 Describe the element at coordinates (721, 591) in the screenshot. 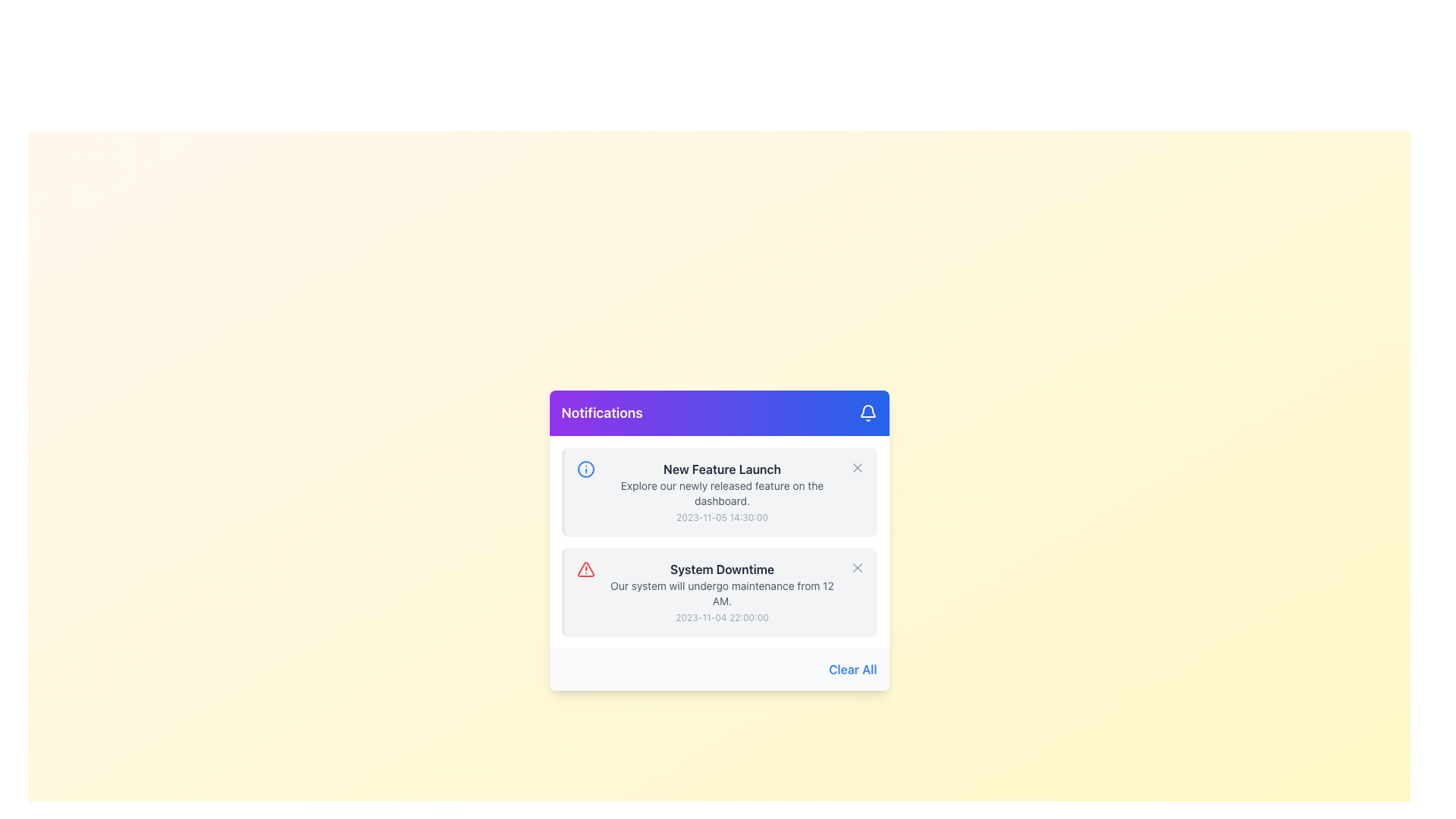

I see `announcement details from the text content displaying 'System Downtime' within the second notification card in the notifications panel` at that location.